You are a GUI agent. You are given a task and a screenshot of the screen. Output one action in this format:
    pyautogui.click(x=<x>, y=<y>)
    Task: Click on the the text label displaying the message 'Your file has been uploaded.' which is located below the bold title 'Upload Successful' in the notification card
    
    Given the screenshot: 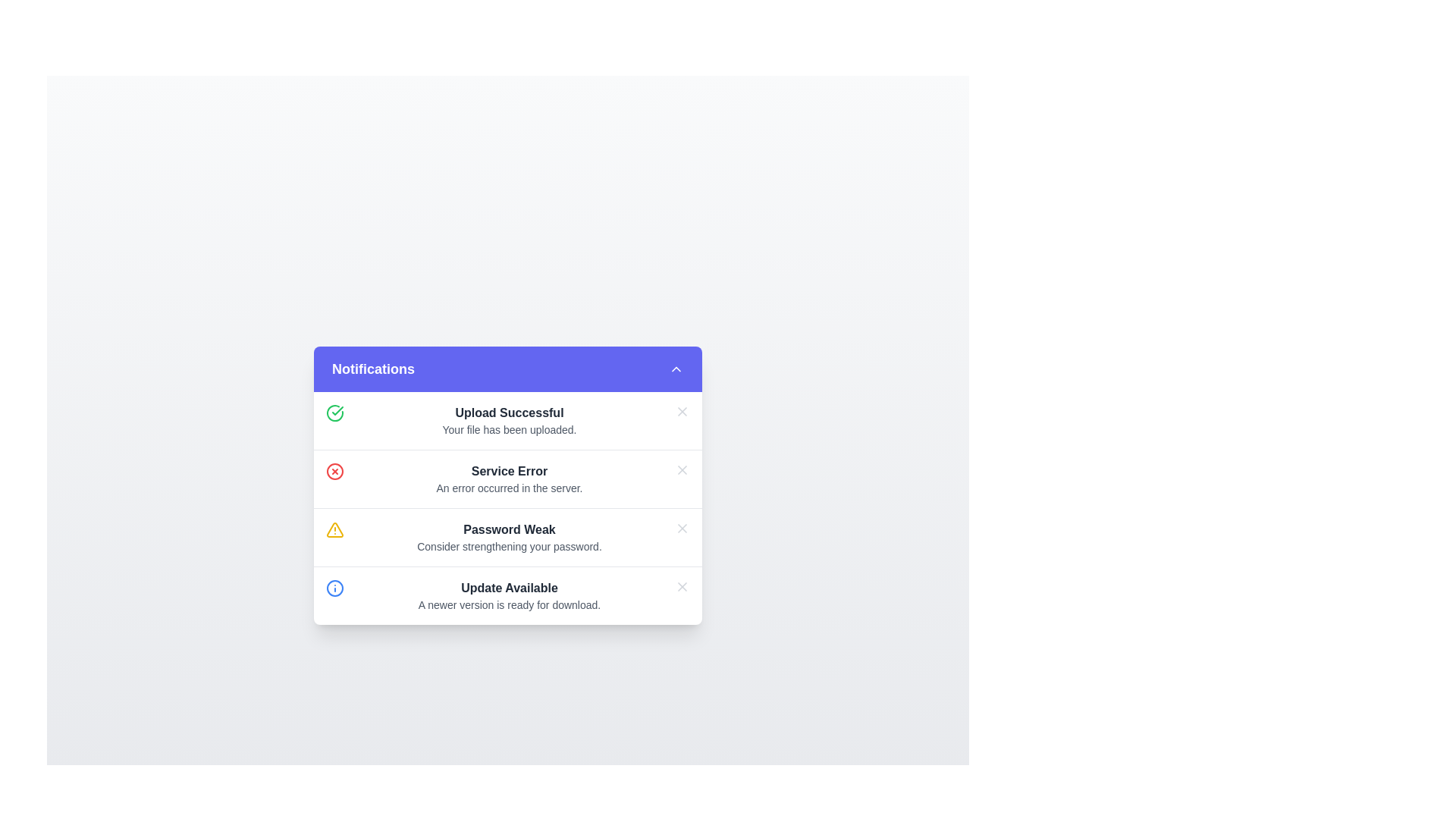 What is the action you would take?
    pyautogui.click(x=510, y=429)
    